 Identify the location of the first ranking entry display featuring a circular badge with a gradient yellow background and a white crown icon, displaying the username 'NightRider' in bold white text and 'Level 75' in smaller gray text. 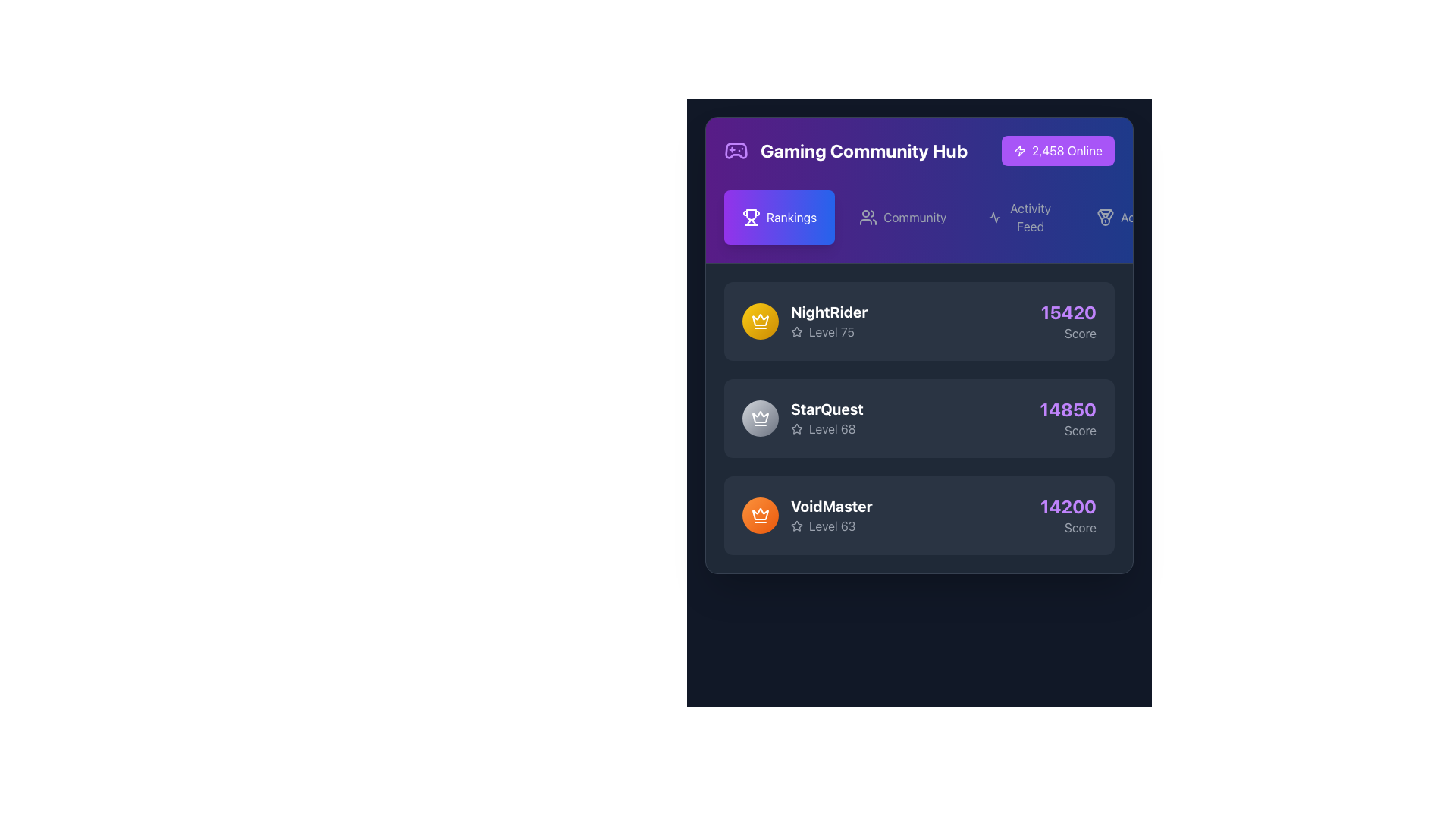
(804, 321).